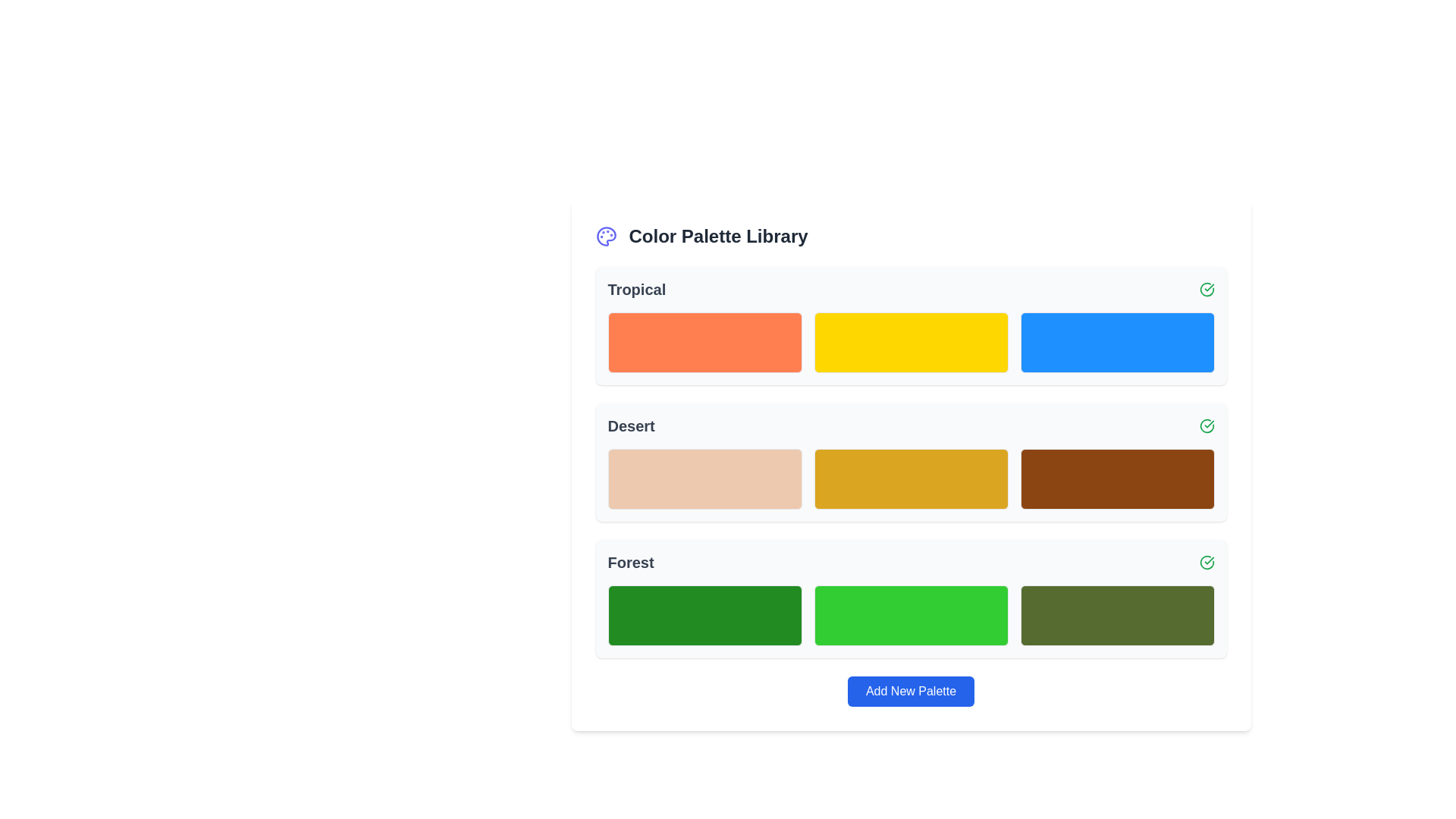  I want to click on the static rectangular color box with a rich brown color and rounded corners, located in the 'Desert' section under the second group of color palettes, so click(1117, 479).